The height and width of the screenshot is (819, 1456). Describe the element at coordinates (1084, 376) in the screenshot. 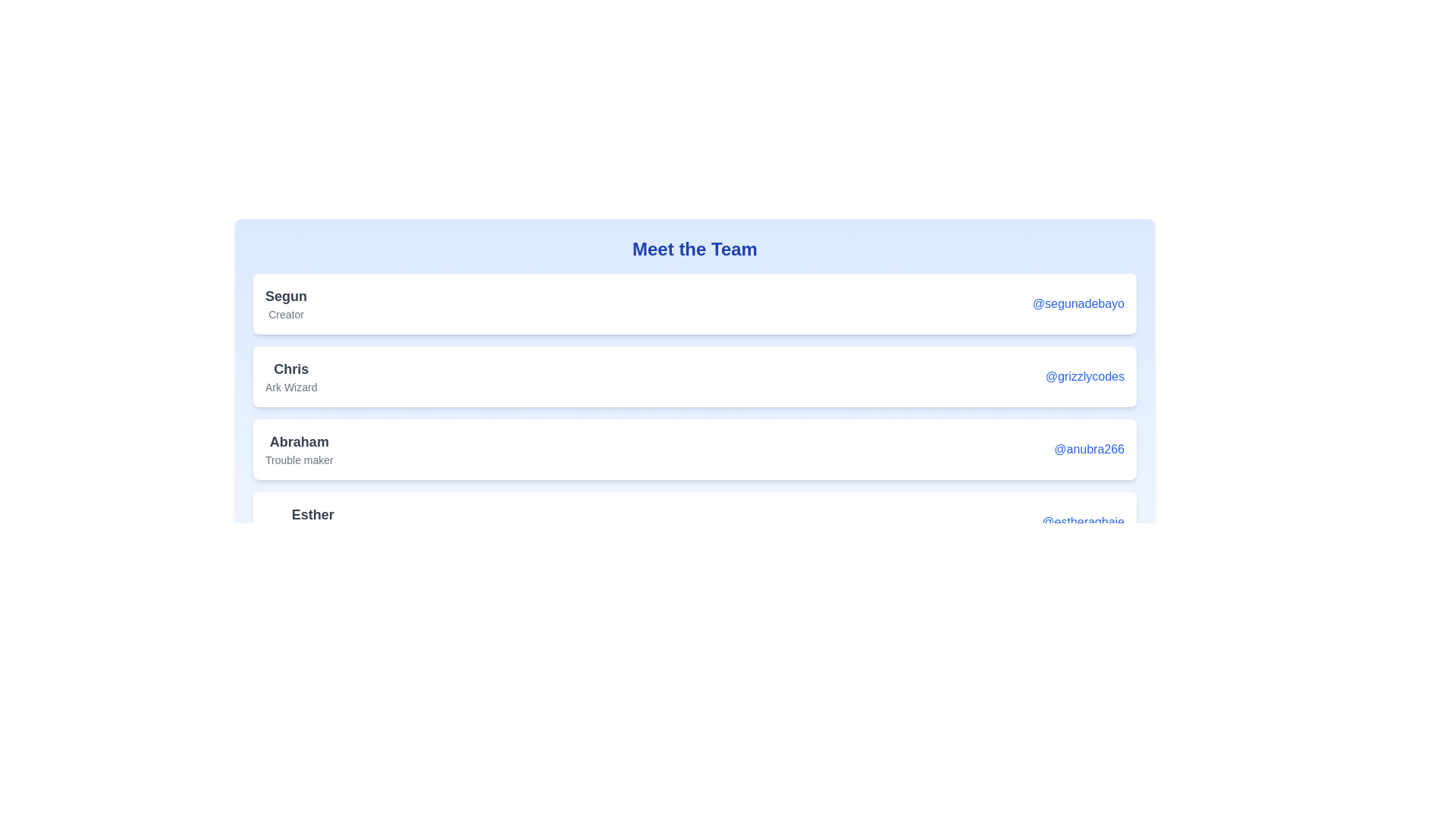

I see `the hyperlink labeled 'Chris' (Ark Wizard)` at that location.